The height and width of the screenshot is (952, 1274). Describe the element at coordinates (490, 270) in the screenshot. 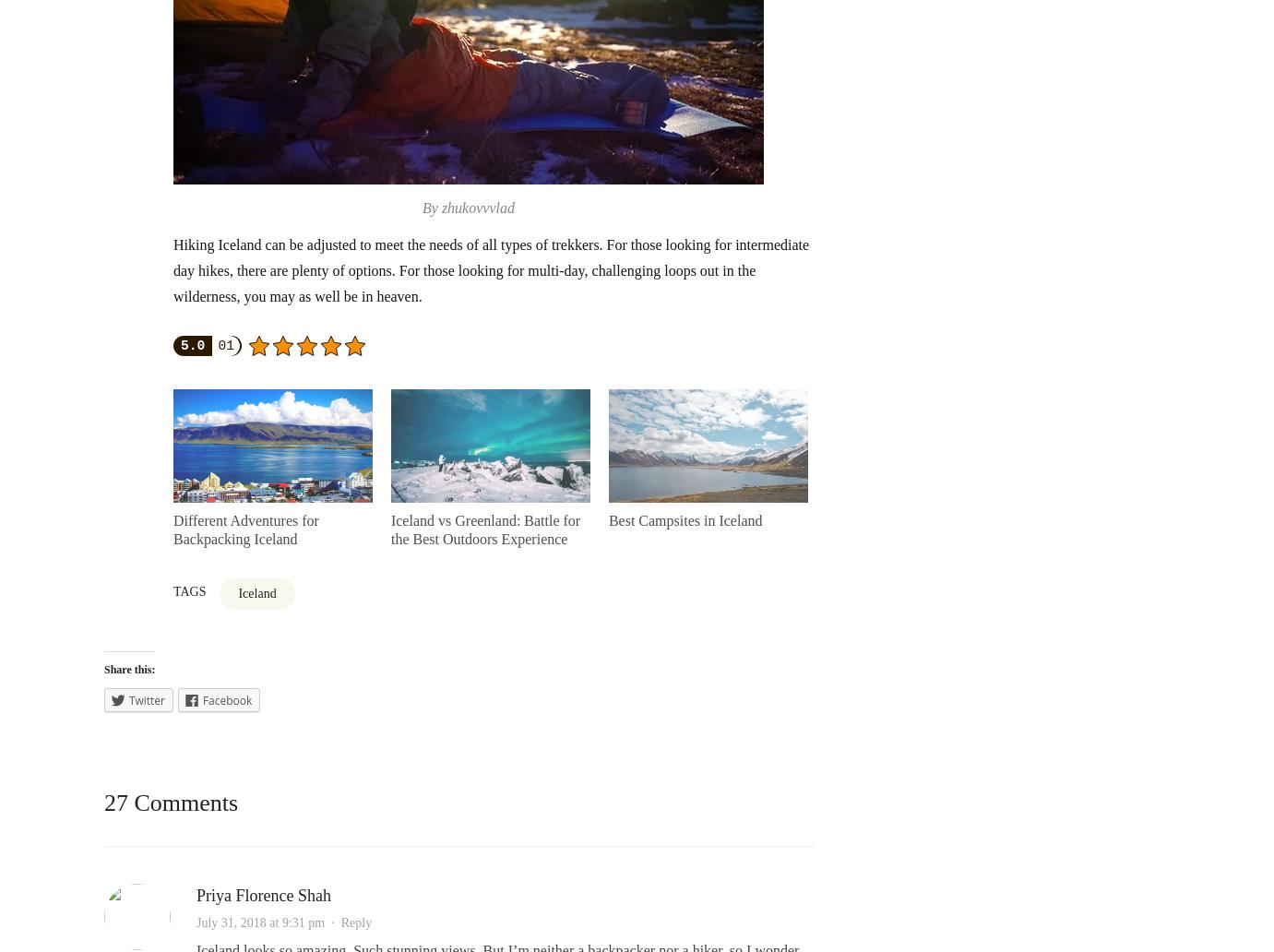

I see `'Hiking Iceland can be adjusted to meet the needs of all types of trekkers. For those looking for intermediate day hikes, there are plenty of options. For those looking for multi-day, challenging loops out in the wilderness, you may as well be in heaven.'` at that location.